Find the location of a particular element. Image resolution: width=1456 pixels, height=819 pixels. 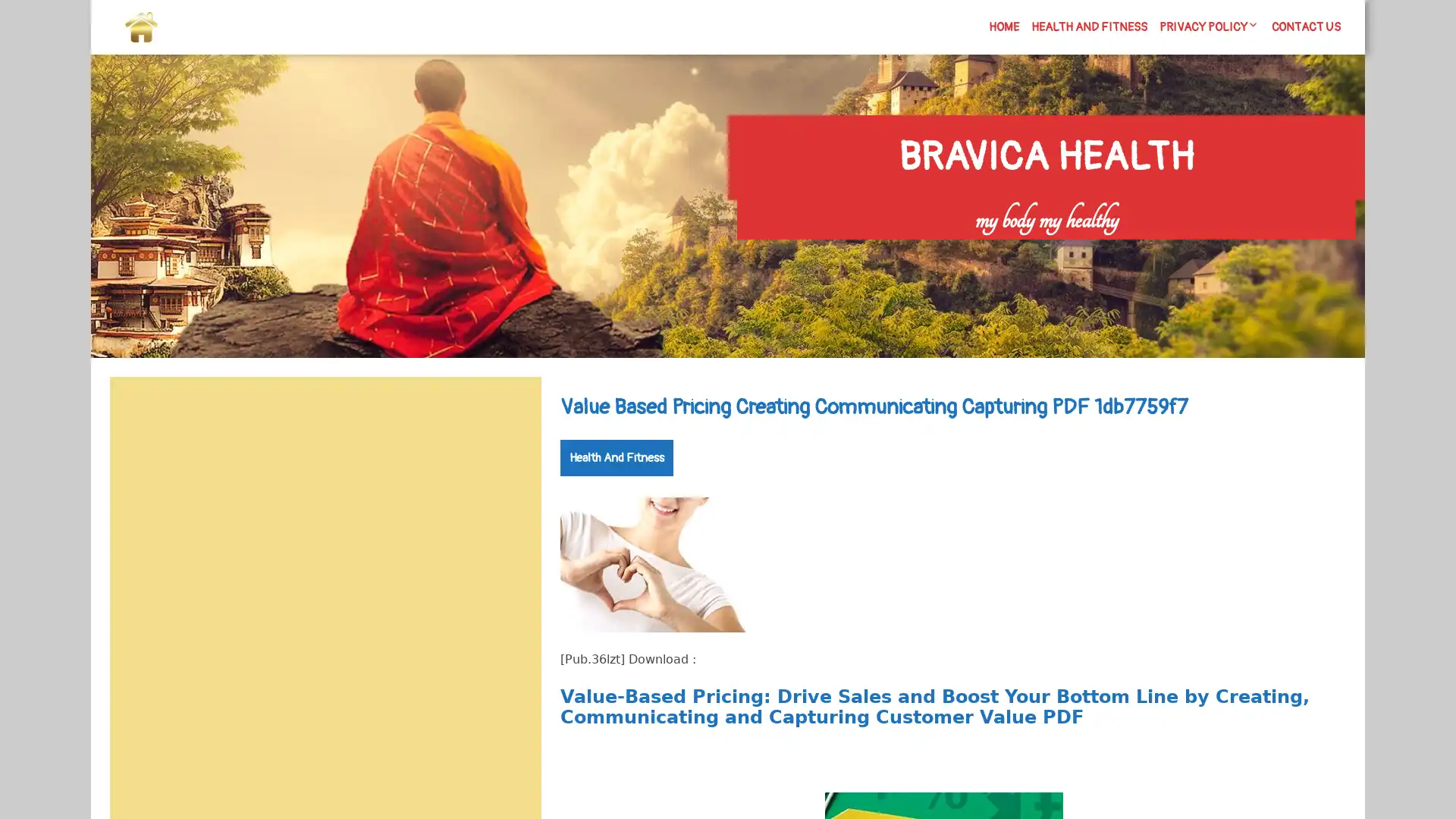

Search is located at coordinates (1181, 248).